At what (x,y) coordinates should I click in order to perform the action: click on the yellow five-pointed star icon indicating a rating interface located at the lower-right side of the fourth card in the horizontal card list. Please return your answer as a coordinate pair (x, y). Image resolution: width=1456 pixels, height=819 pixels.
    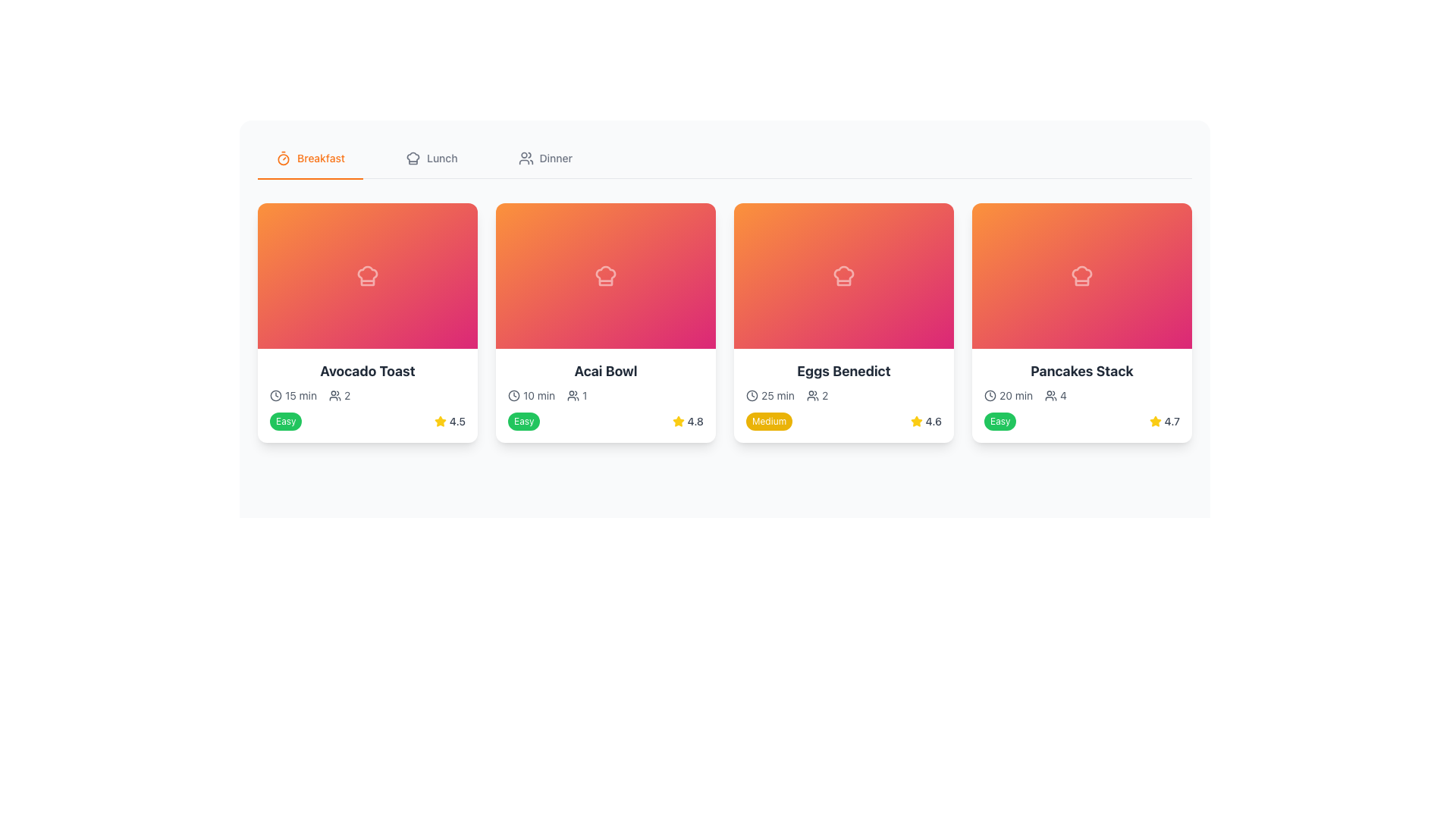
    Looking at the image, I should click on (1154, 421).